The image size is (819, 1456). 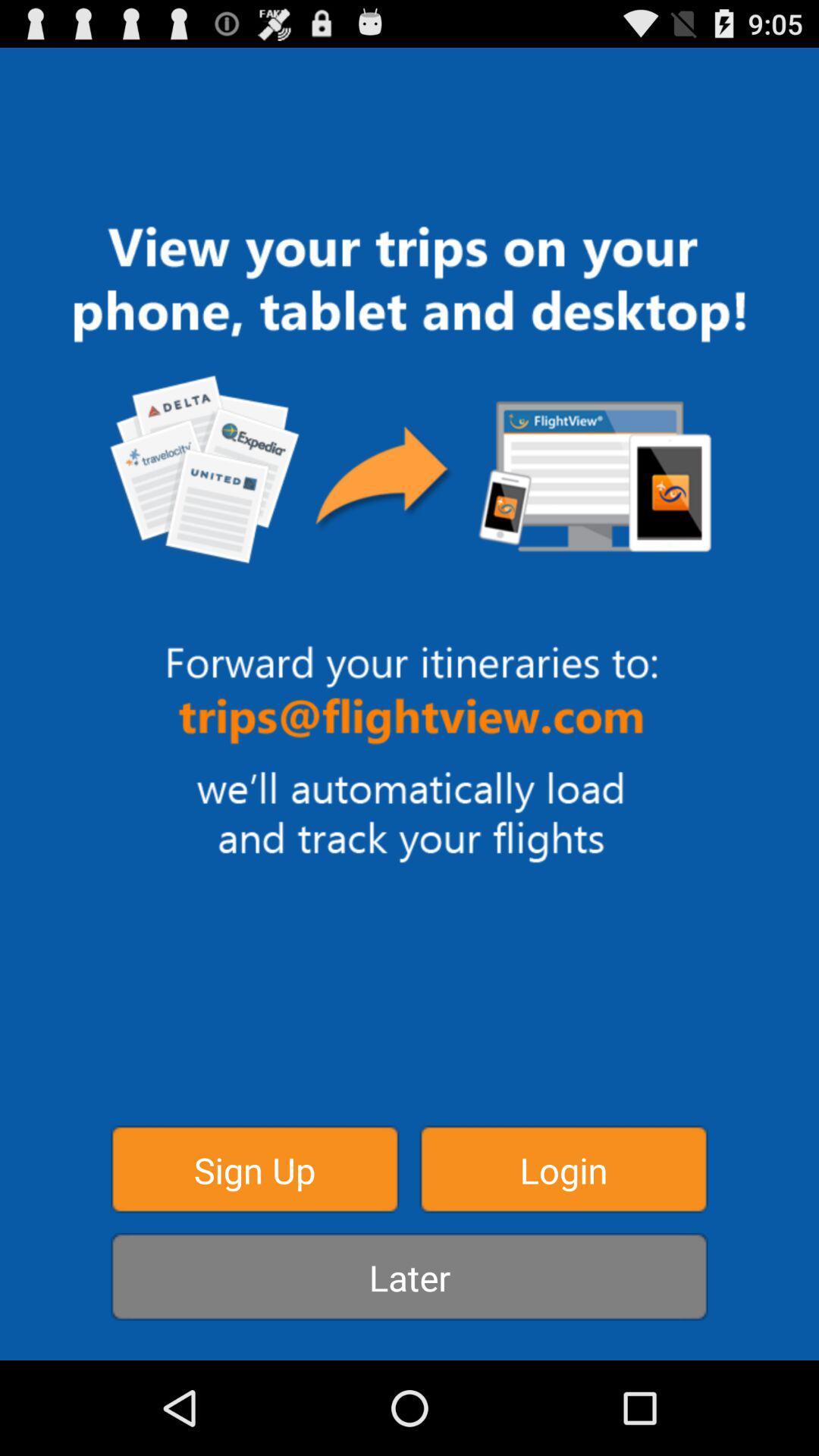 What do you see at coordinates (254, 1168) in the screenshot?
I see `button to the left of login item` at bounding box center [254, 1168].